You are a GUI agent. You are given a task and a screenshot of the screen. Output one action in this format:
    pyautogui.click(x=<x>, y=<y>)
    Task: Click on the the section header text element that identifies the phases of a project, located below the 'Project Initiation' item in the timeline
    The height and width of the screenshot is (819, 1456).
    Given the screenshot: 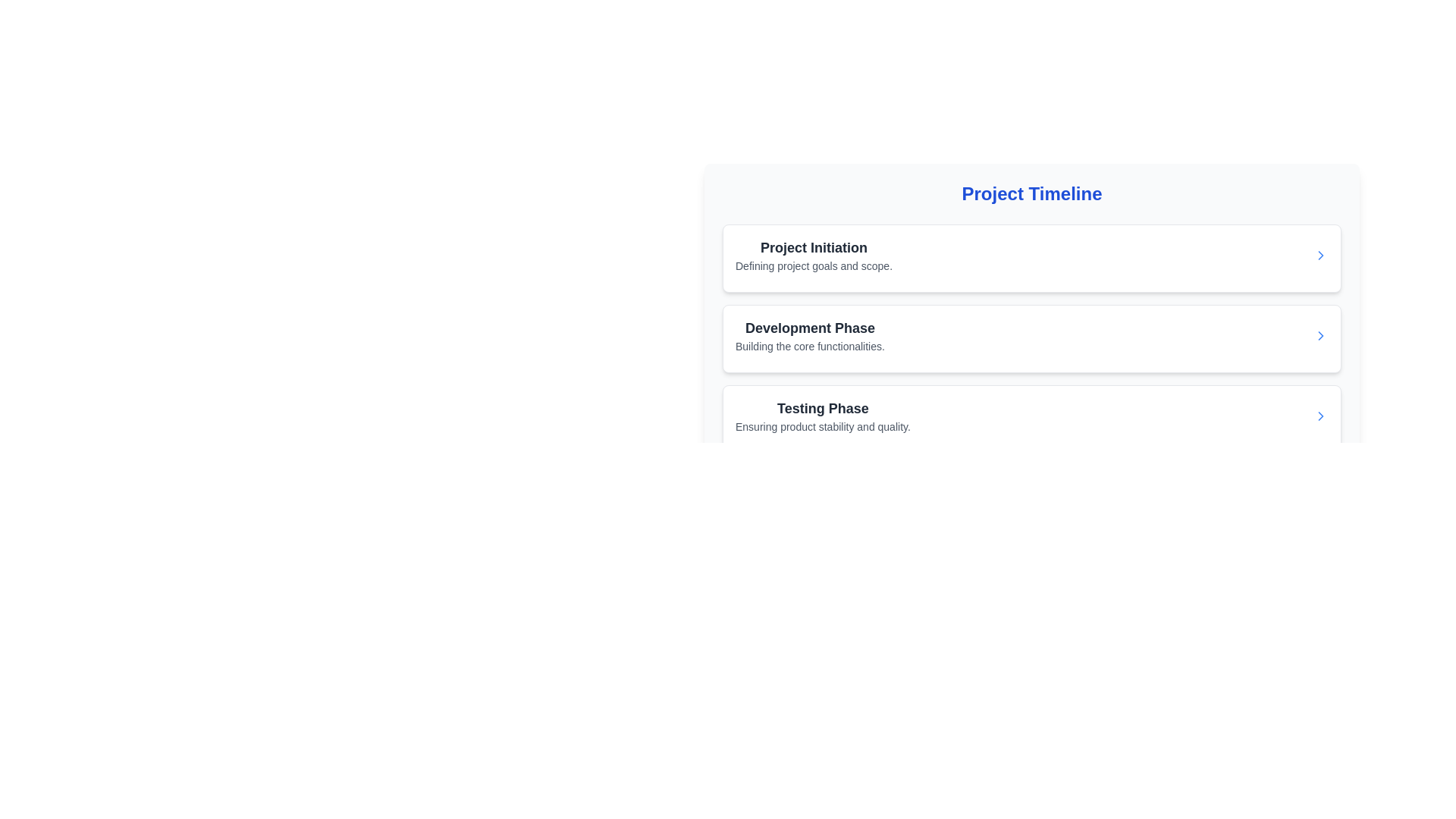 What is the action you would take?
    pyautogui.click(x=809, y=327)
    